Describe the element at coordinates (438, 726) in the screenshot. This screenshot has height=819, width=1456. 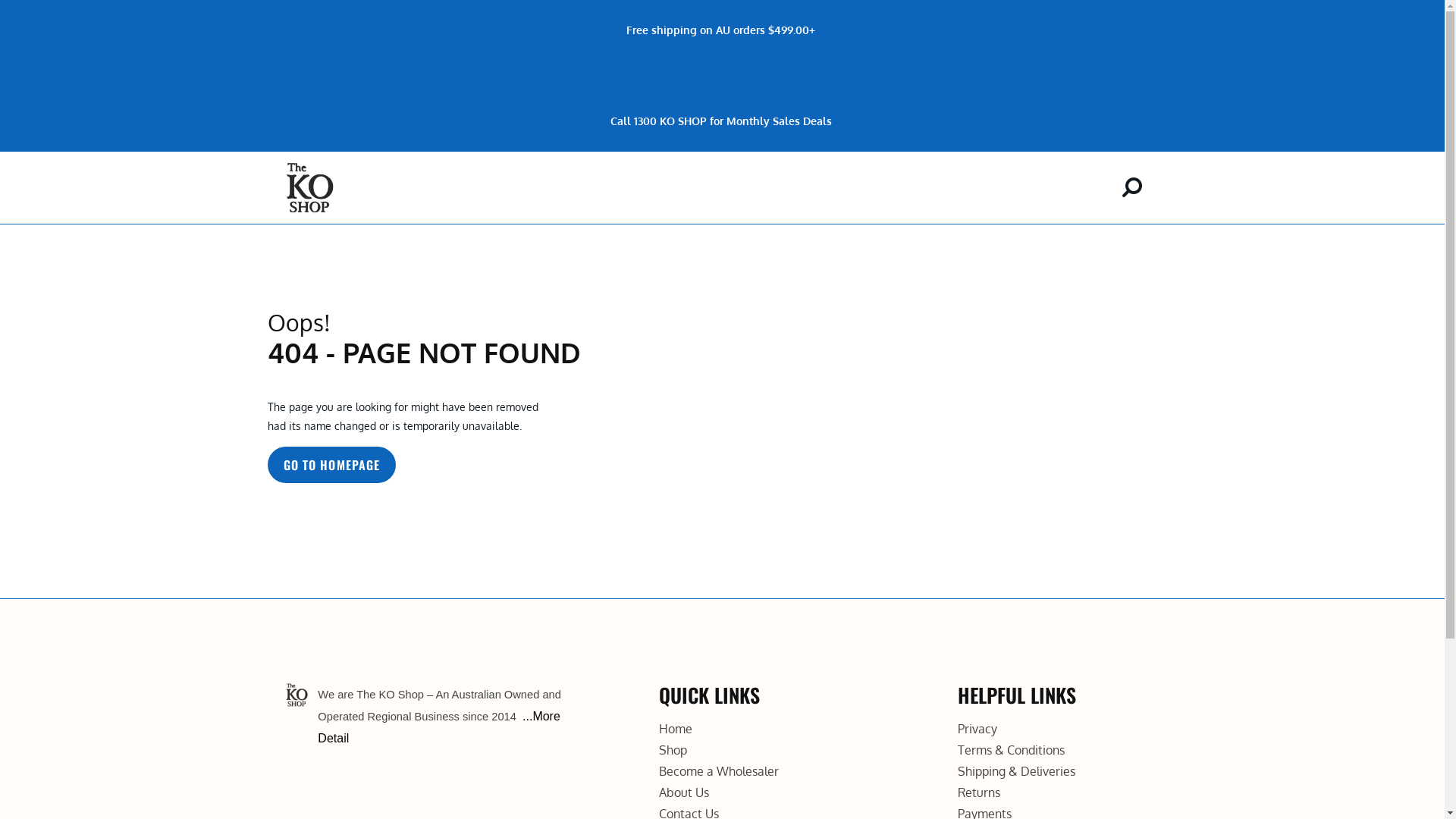
I see `'...More Detail'` at that location.